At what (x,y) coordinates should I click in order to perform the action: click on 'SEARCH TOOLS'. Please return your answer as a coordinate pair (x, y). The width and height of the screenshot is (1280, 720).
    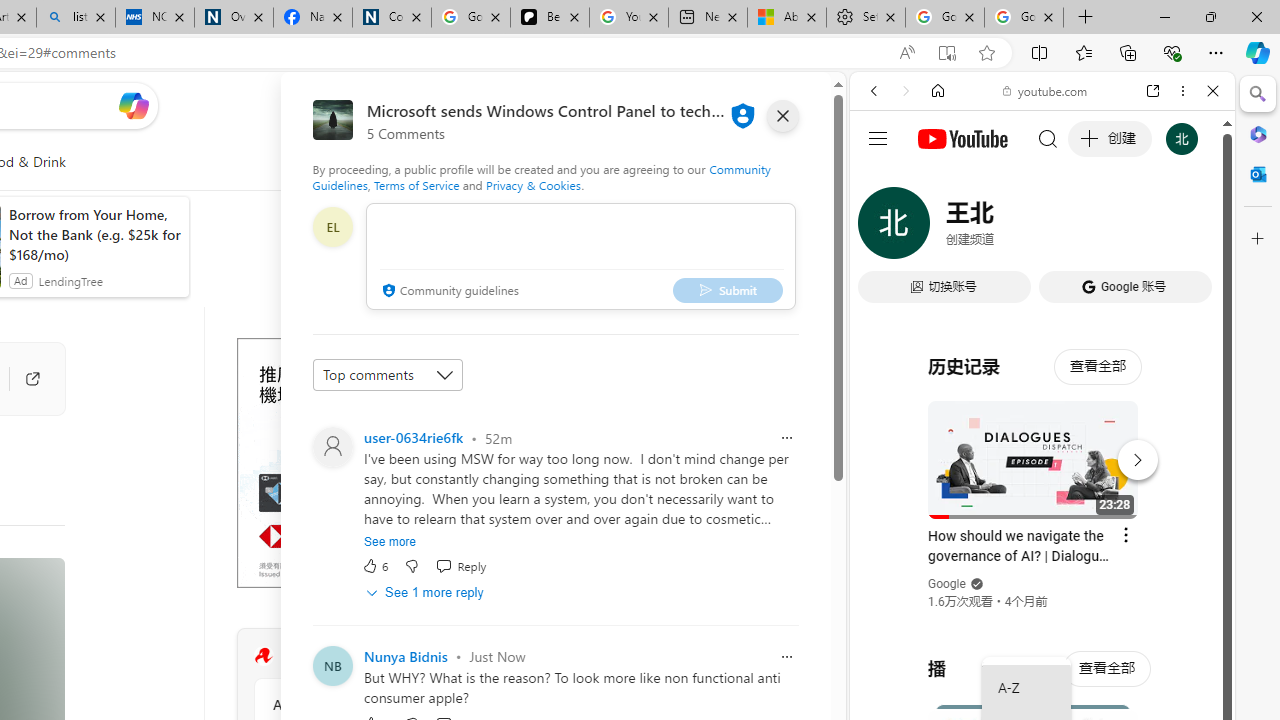
    Looking at the image, I should click on (1092, 227).